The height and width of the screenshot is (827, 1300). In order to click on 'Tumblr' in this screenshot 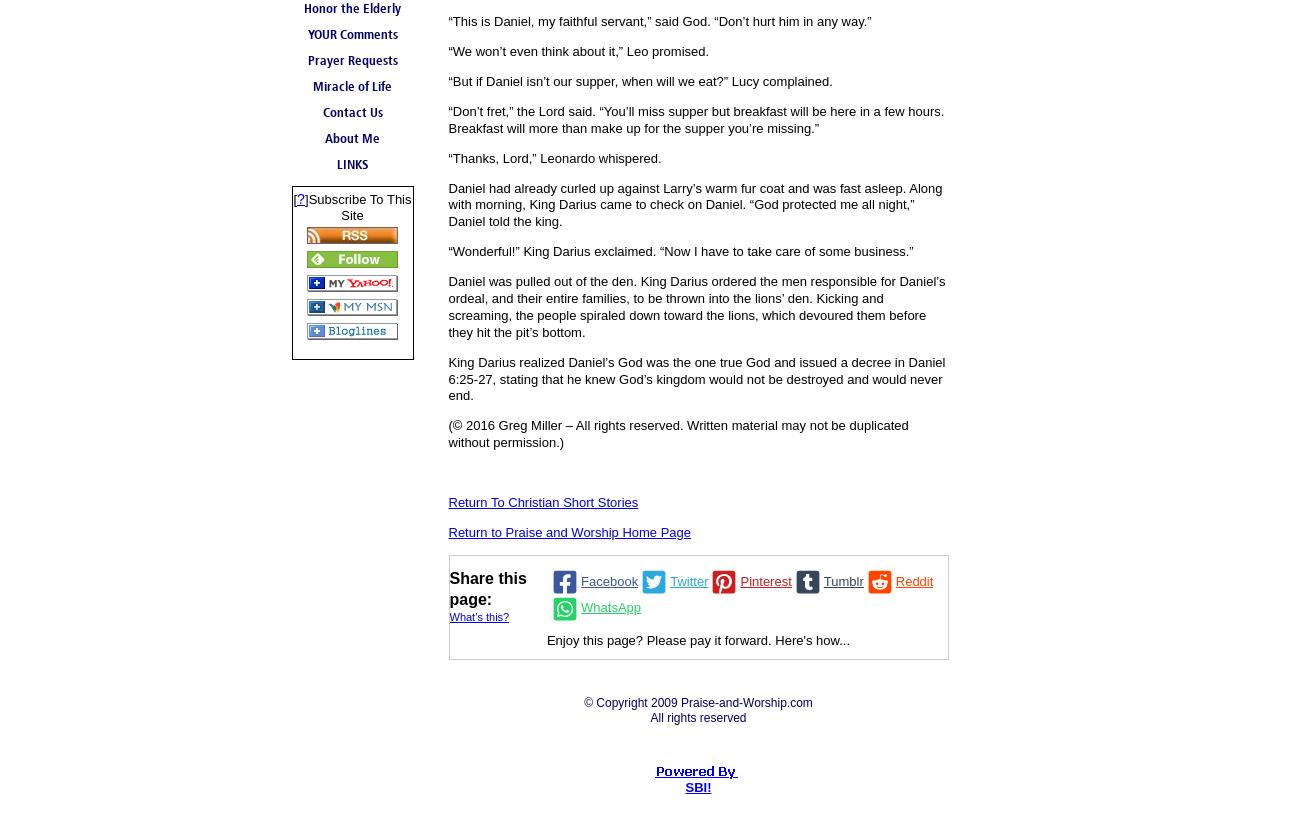, I will do `click(843, 580)`.